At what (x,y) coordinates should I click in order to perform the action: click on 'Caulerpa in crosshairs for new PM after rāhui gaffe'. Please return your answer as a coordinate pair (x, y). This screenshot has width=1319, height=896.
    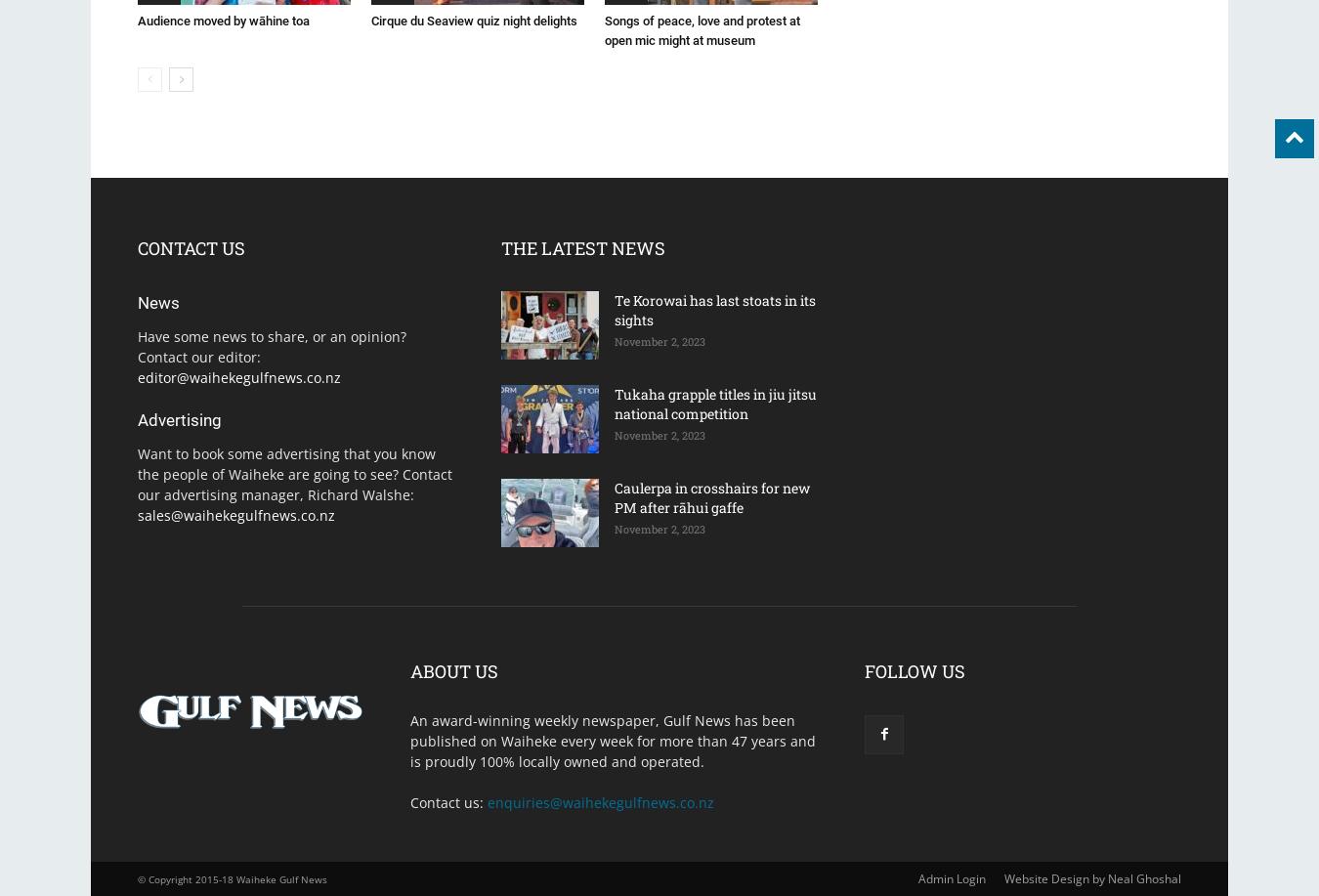
    Looking at the image, I should click on (711, 496).